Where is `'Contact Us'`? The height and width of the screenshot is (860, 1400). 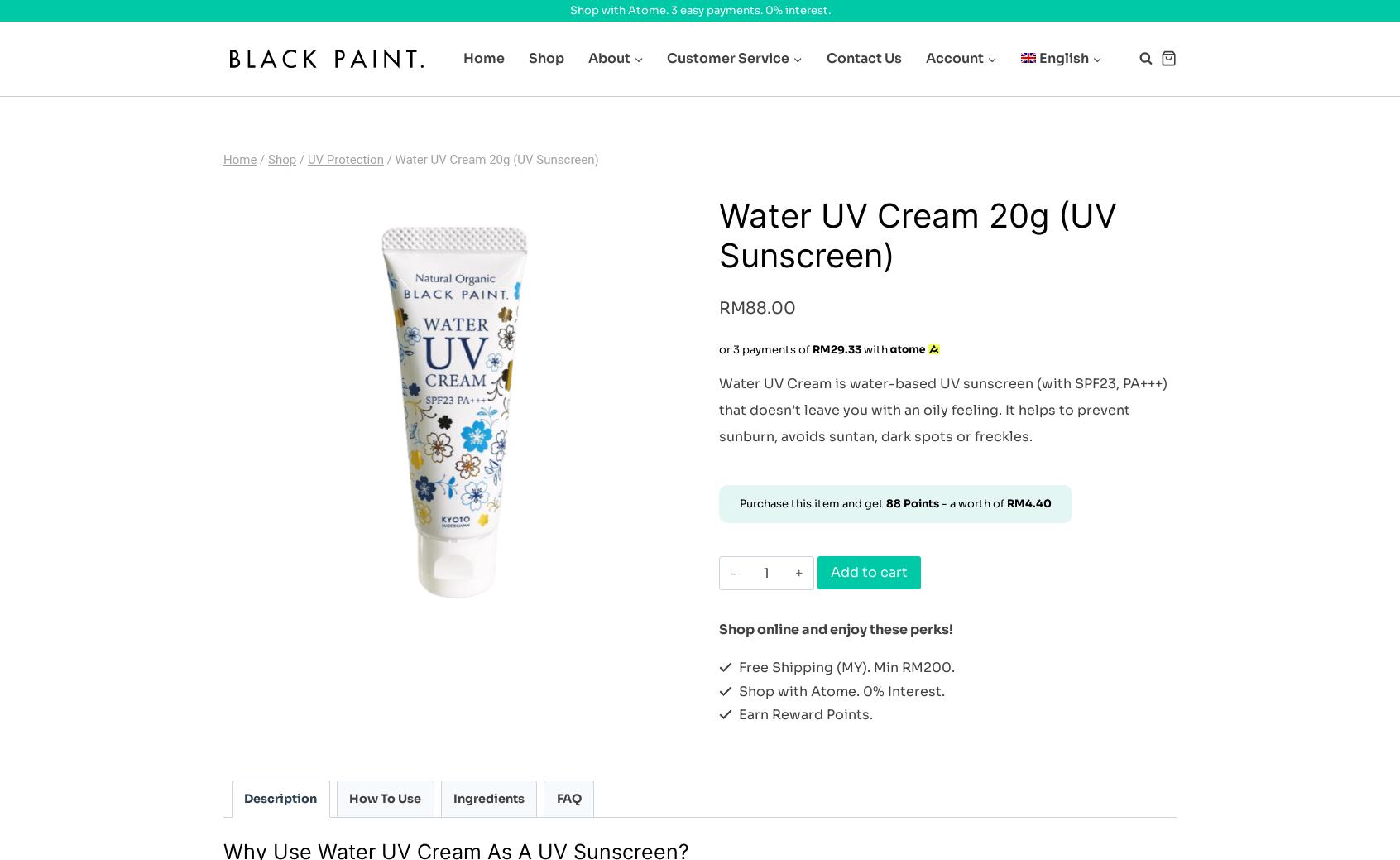 'Contact Us' is located at coordinates (863, 57).